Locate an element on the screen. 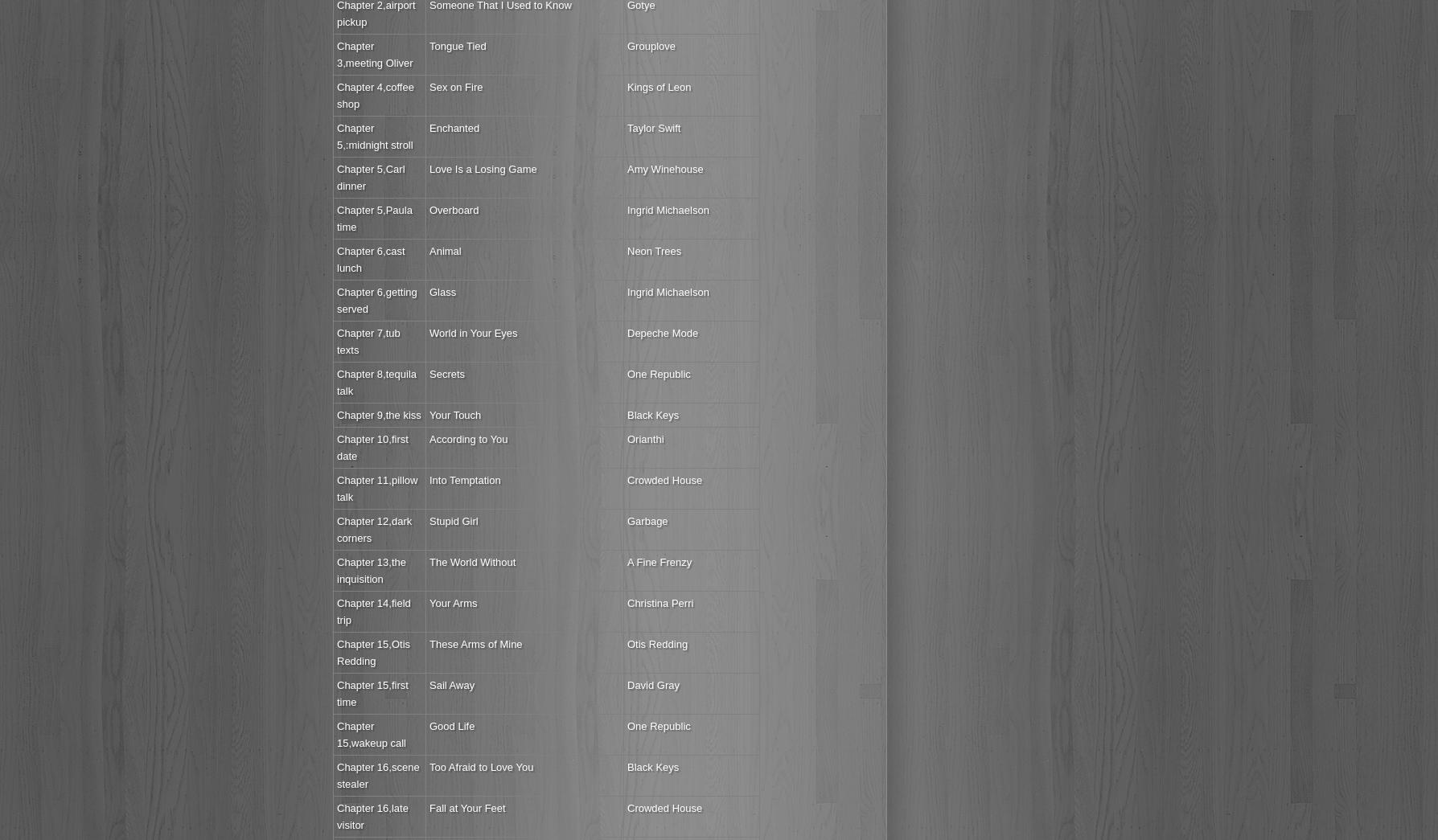  'Chapter 14,field trip' is located at coordinates (373, 611).